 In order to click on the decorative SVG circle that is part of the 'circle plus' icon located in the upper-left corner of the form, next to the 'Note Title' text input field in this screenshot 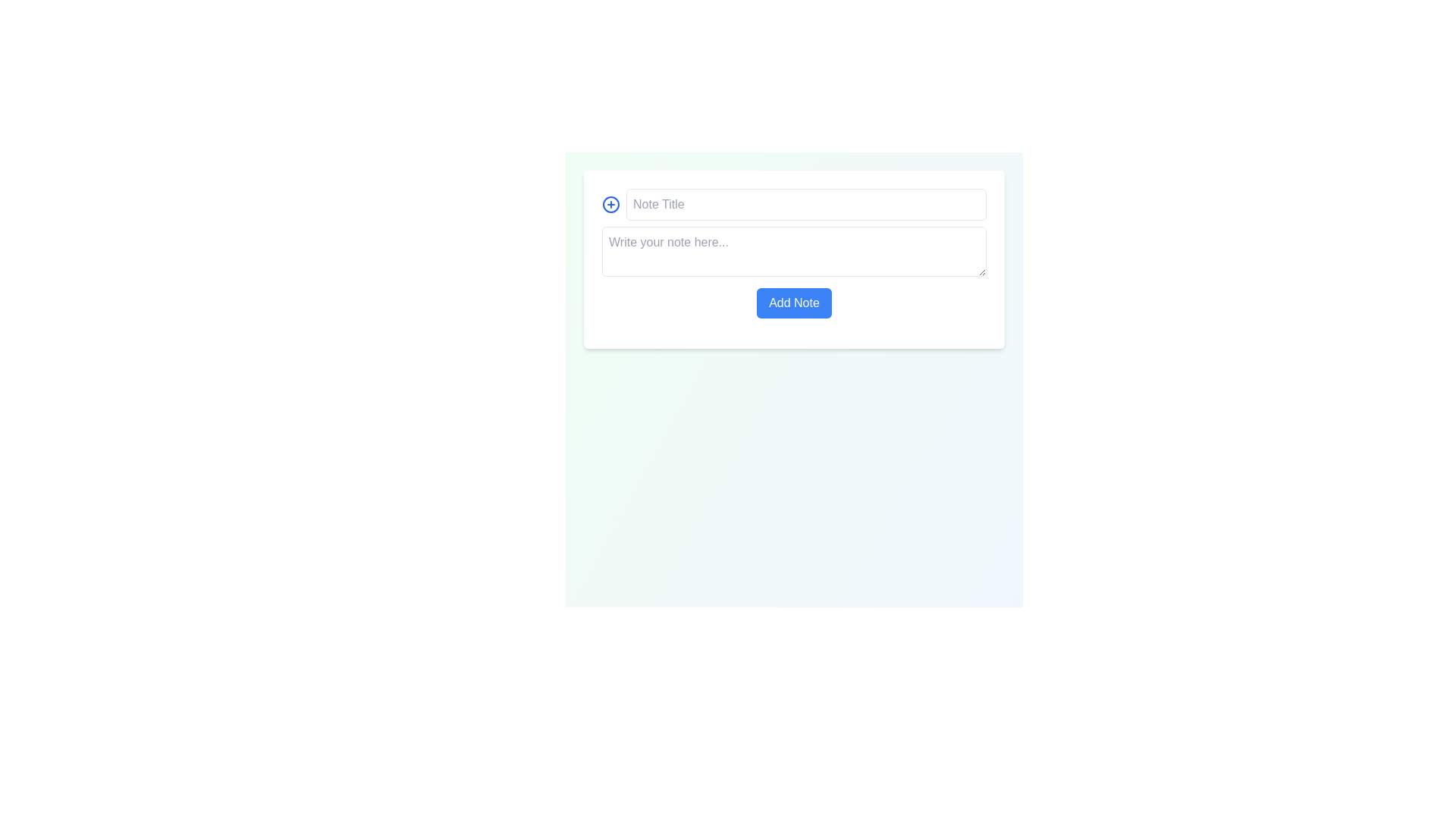, I will do `click(611, 205)`.